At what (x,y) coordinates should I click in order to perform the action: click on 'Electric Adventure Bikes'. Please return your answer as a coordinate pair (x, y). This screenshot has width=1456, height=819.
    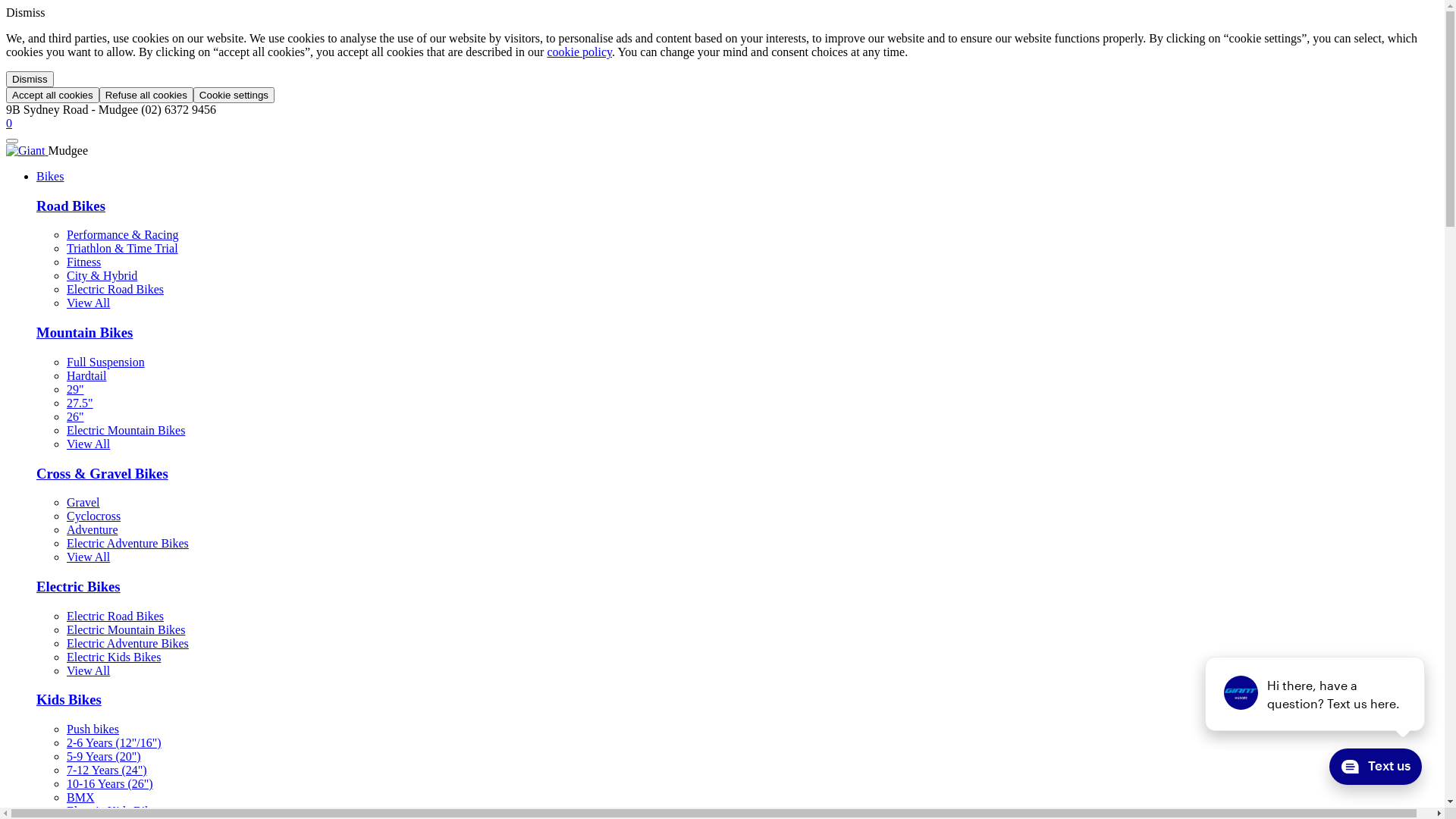
    Looking at the image, I should click on (127, 643).